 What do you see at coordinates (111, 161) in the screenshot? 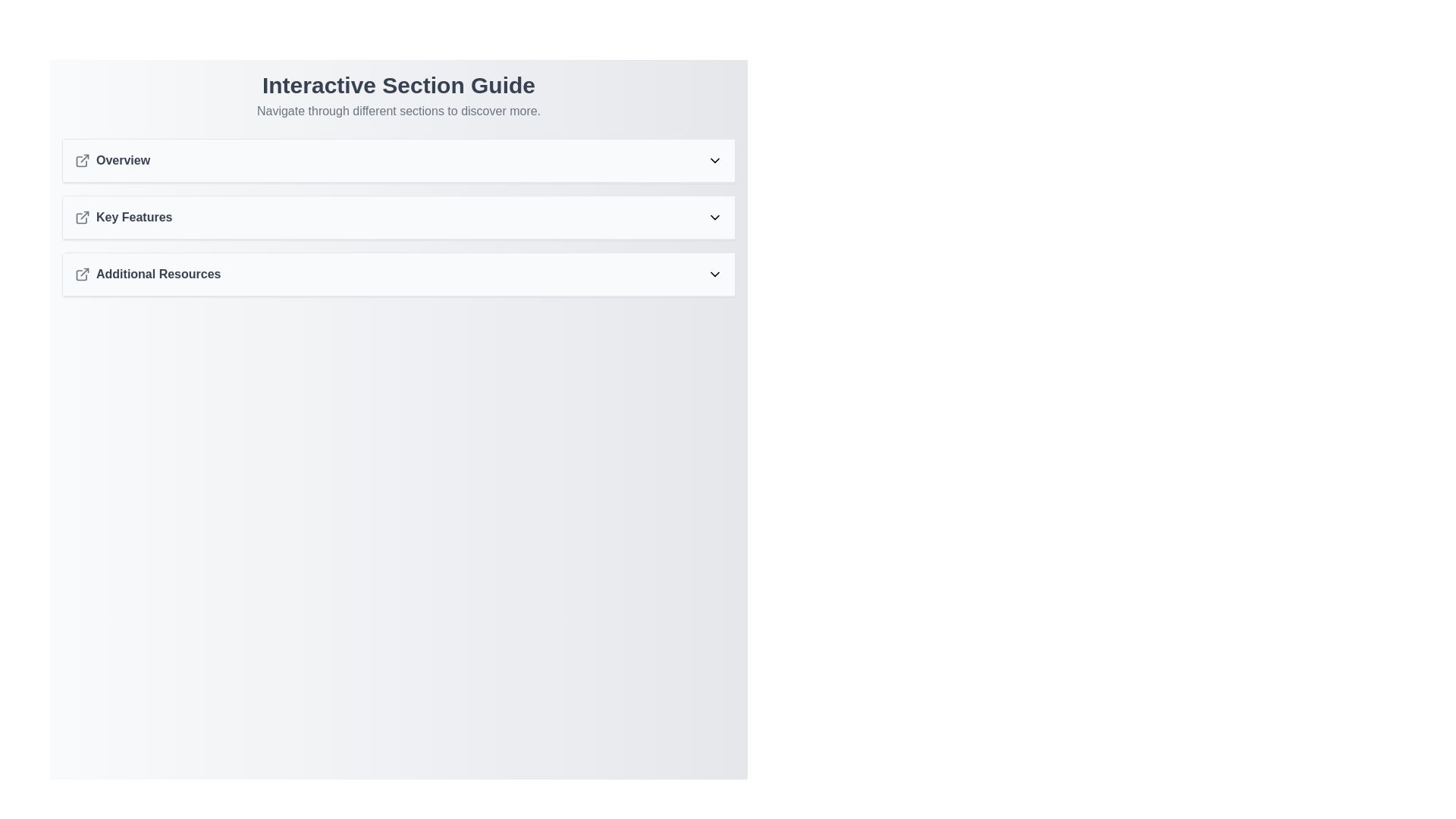
I see `the 'Overview' text item with an outward arrow icon located in the first section under 'Interactive Section Guide'` at bounding box center [111, 161].